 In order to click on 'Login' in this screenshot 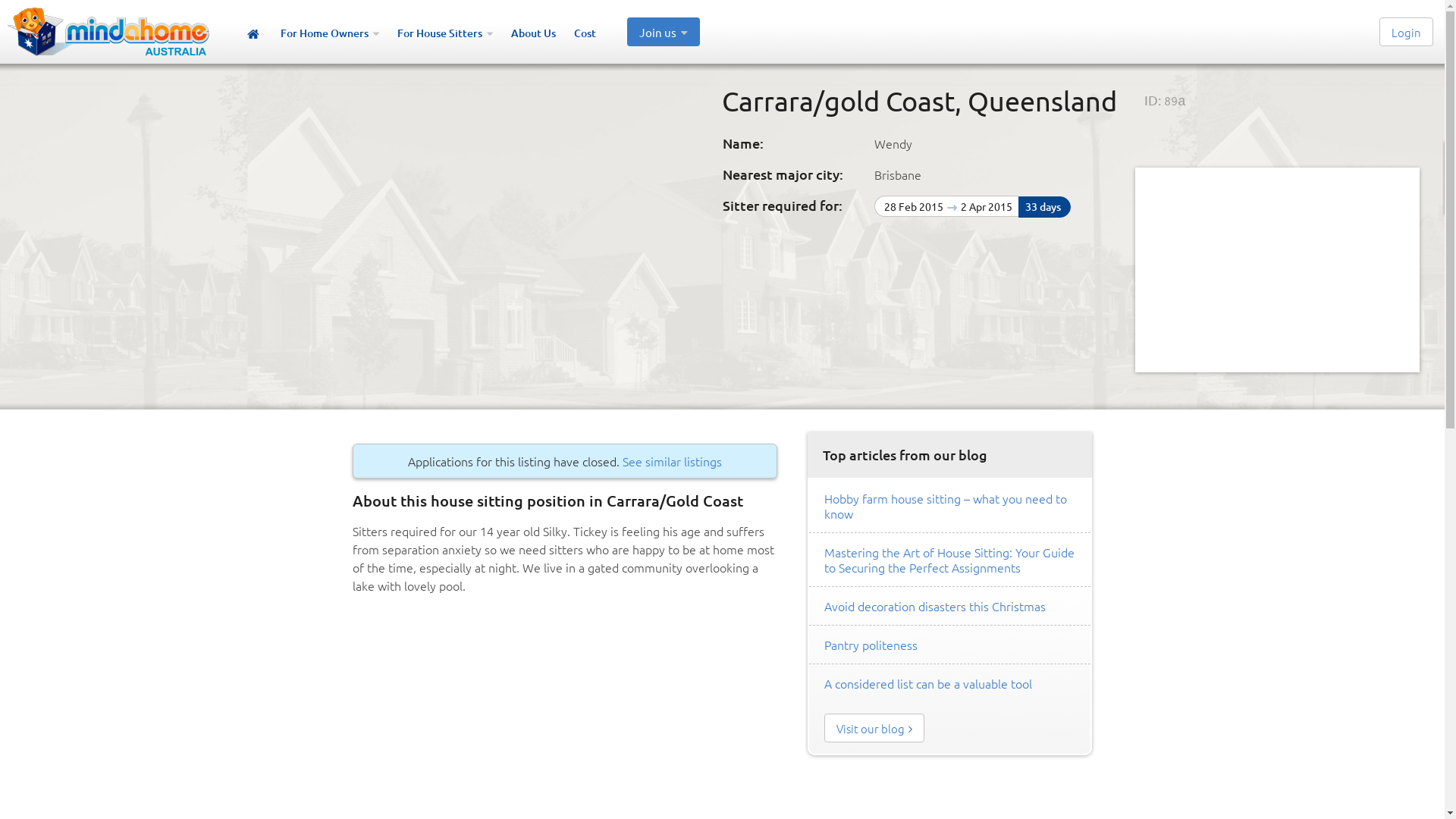, I will do `click(1405, 32)`.